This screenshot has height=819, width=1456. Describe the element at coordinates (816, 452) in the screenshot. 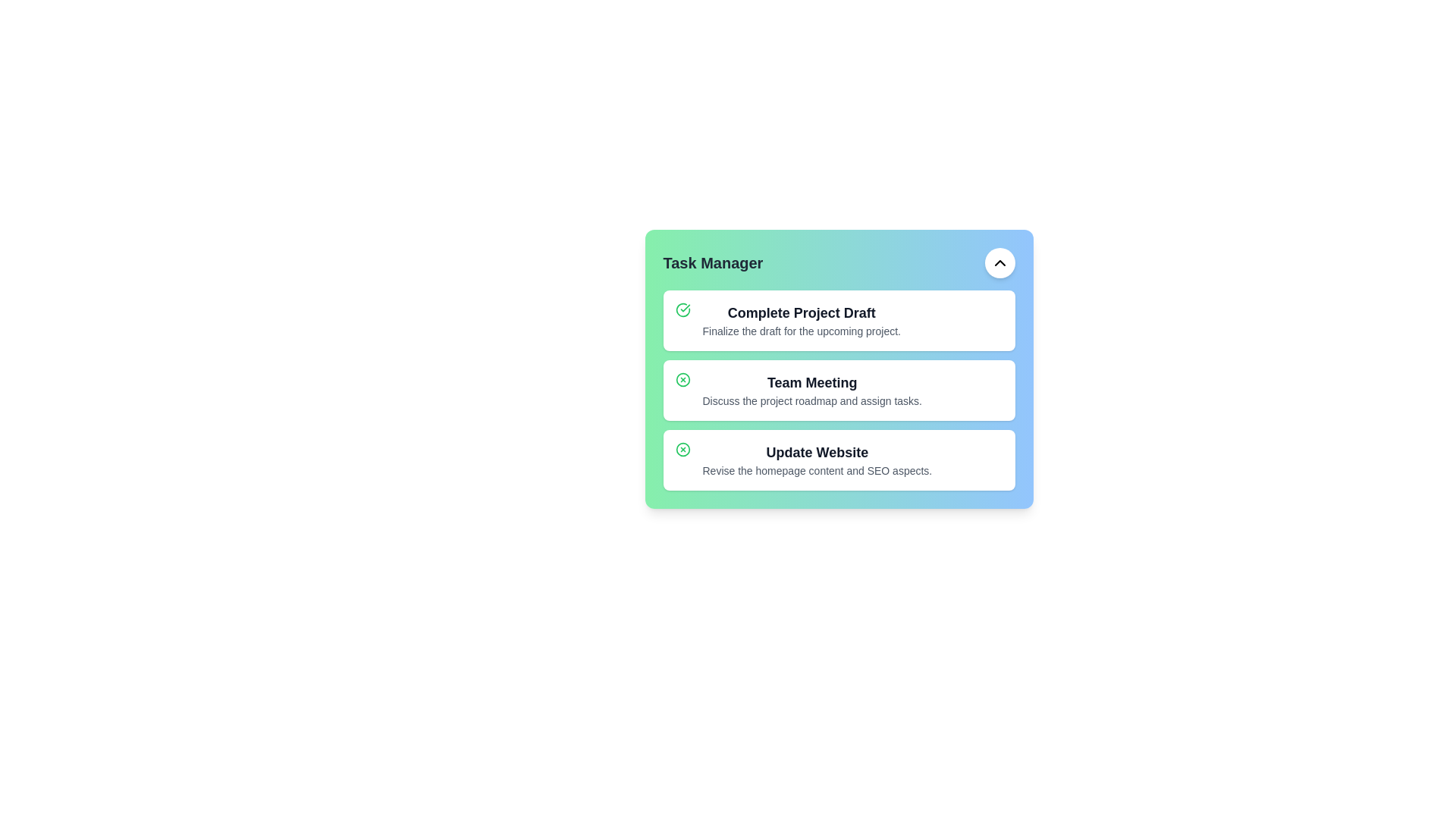

I see `the text of the task titled 'Update Website'` at that location.